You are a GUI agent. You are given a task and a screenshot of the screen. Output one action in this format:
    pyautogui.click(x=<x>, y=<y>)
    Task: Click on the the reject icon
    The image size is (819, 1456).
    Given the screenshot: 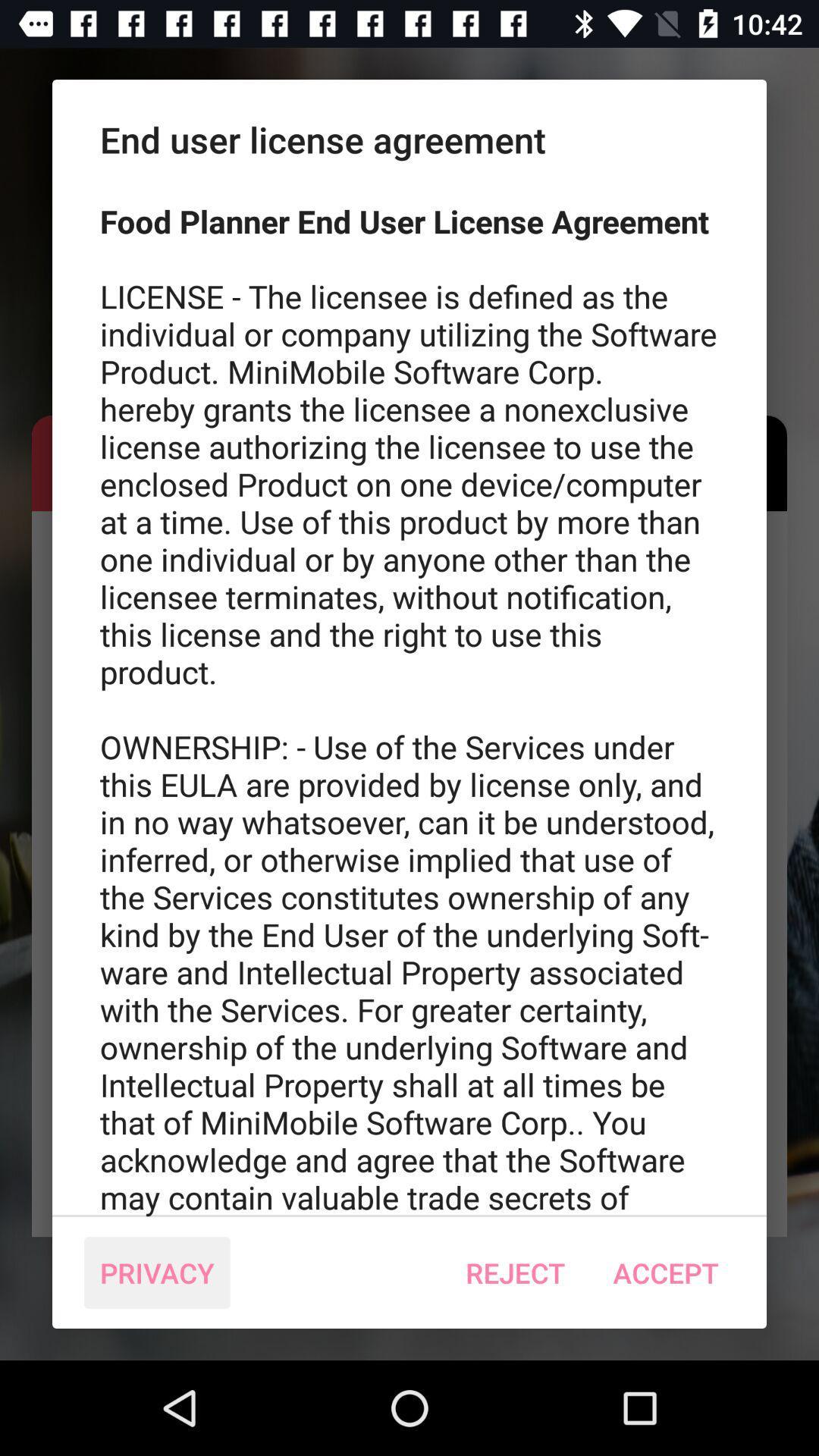 What is the action you would take?
    pyautogui.click(x=514, y=1272)
    